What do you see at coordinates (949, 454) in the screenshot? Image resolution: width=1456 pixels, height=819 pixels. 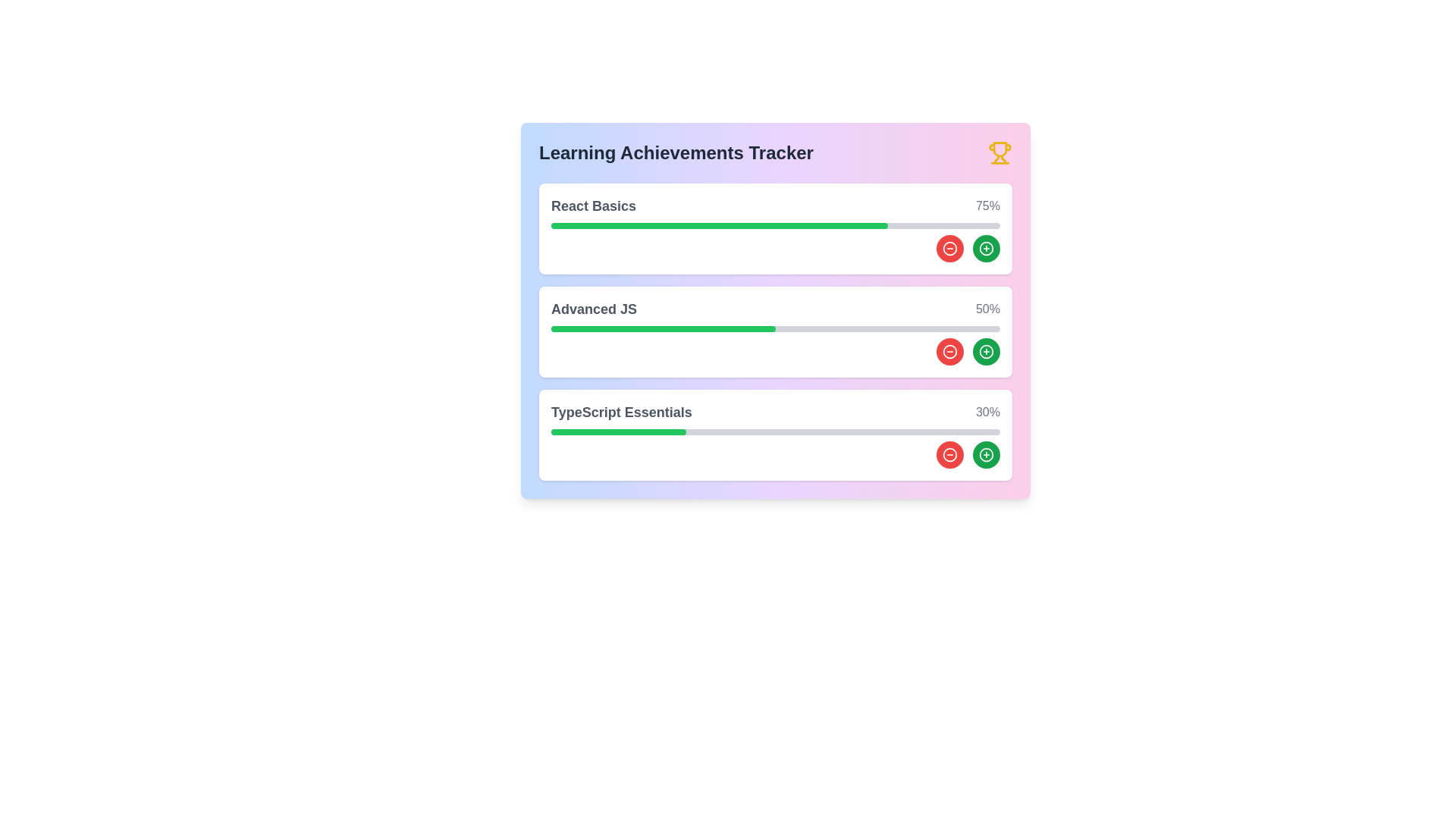 I see `the circular red button with a white minus icon, positioned to the left of a green plus button in the row next to the 'TypeScript Essentials' progress bar` at bounding box center [949, 454].